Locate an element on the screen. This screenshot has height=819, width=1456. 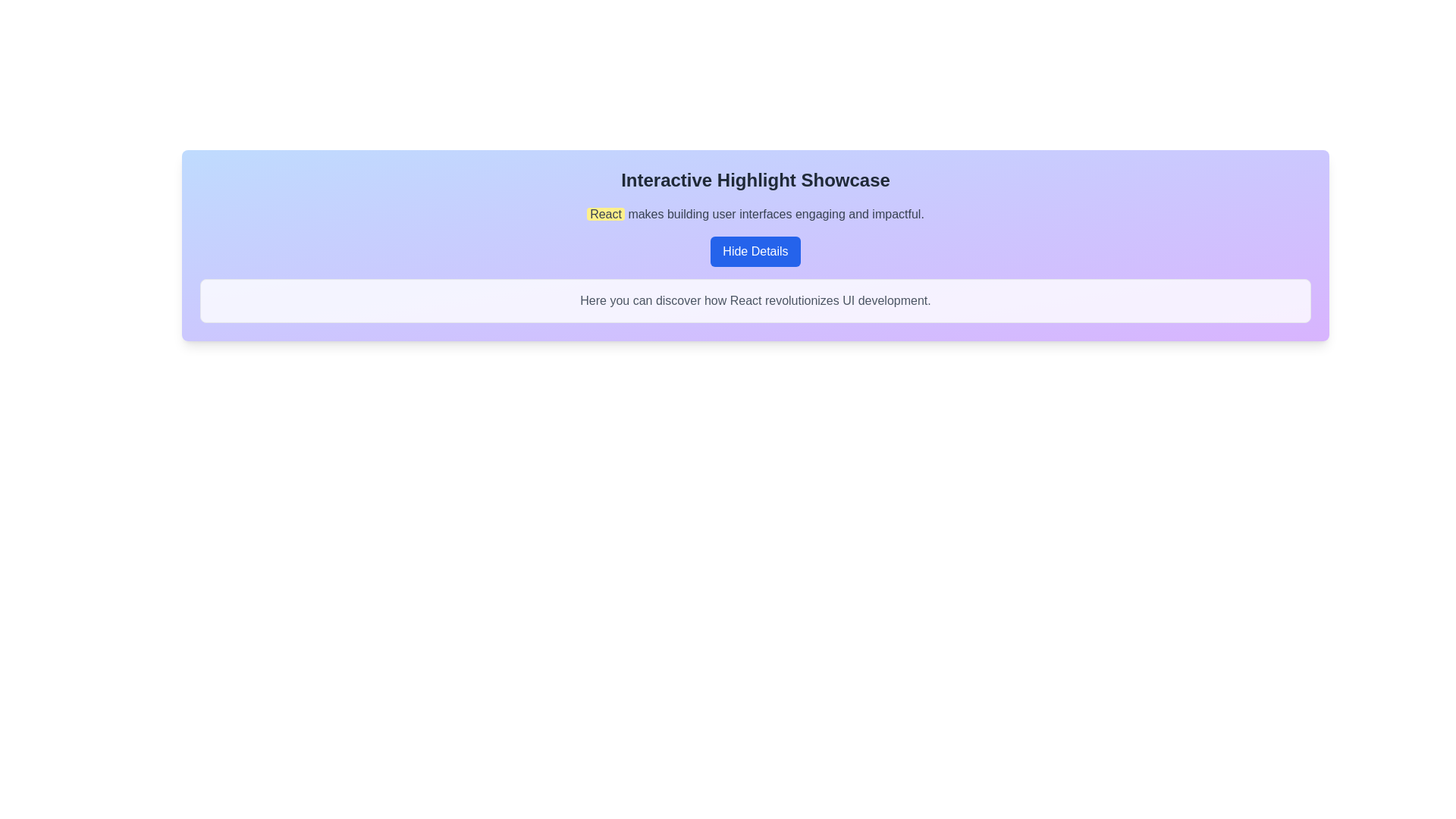
the static text element that communicates information about React's role in revolutionizing UI development, which is centrally positioned within a white card in the lower section of a gradient-colored interface is located at coordinates (755, 301).